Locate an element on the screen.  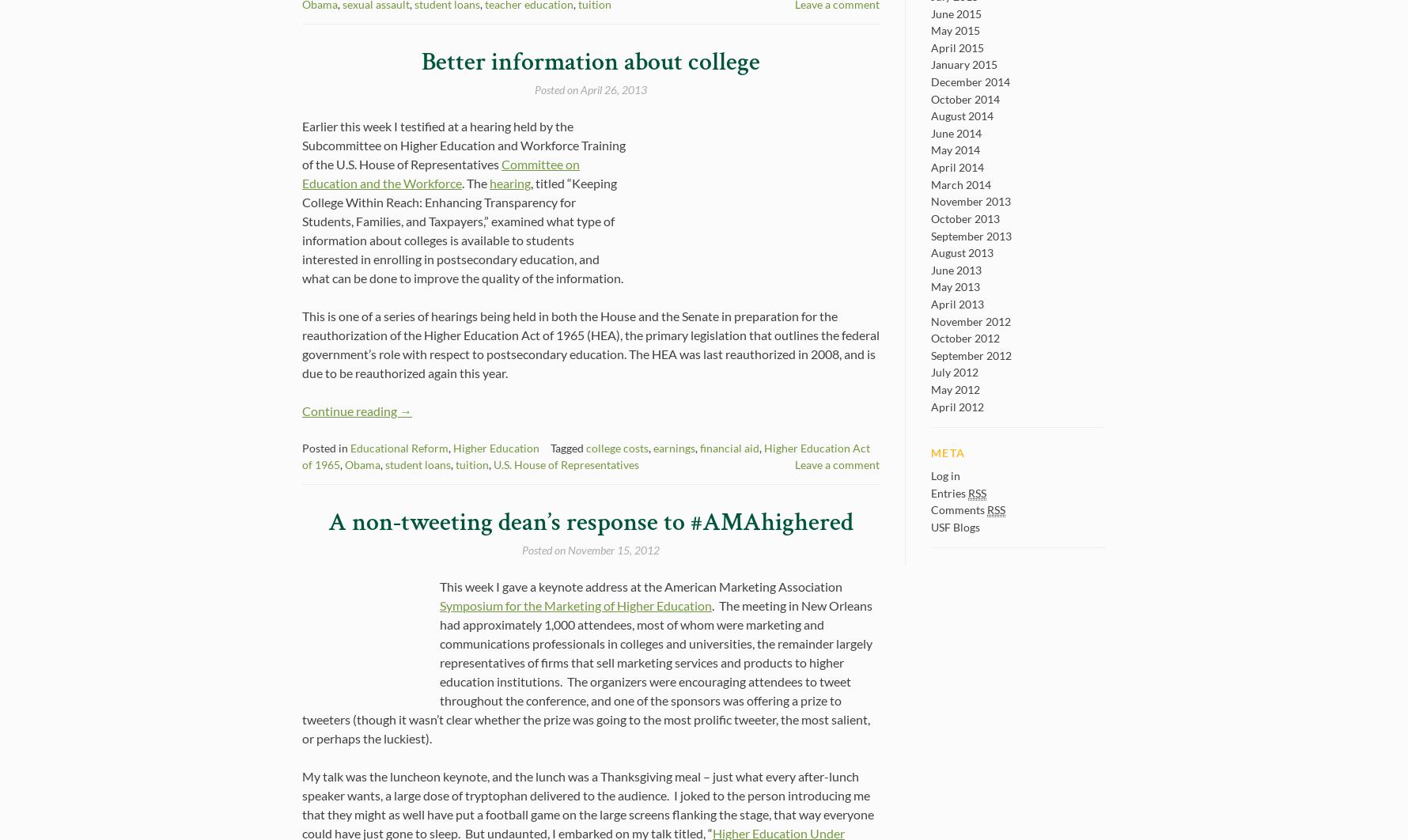
'Posted in' is located at coordinates (325, 448).